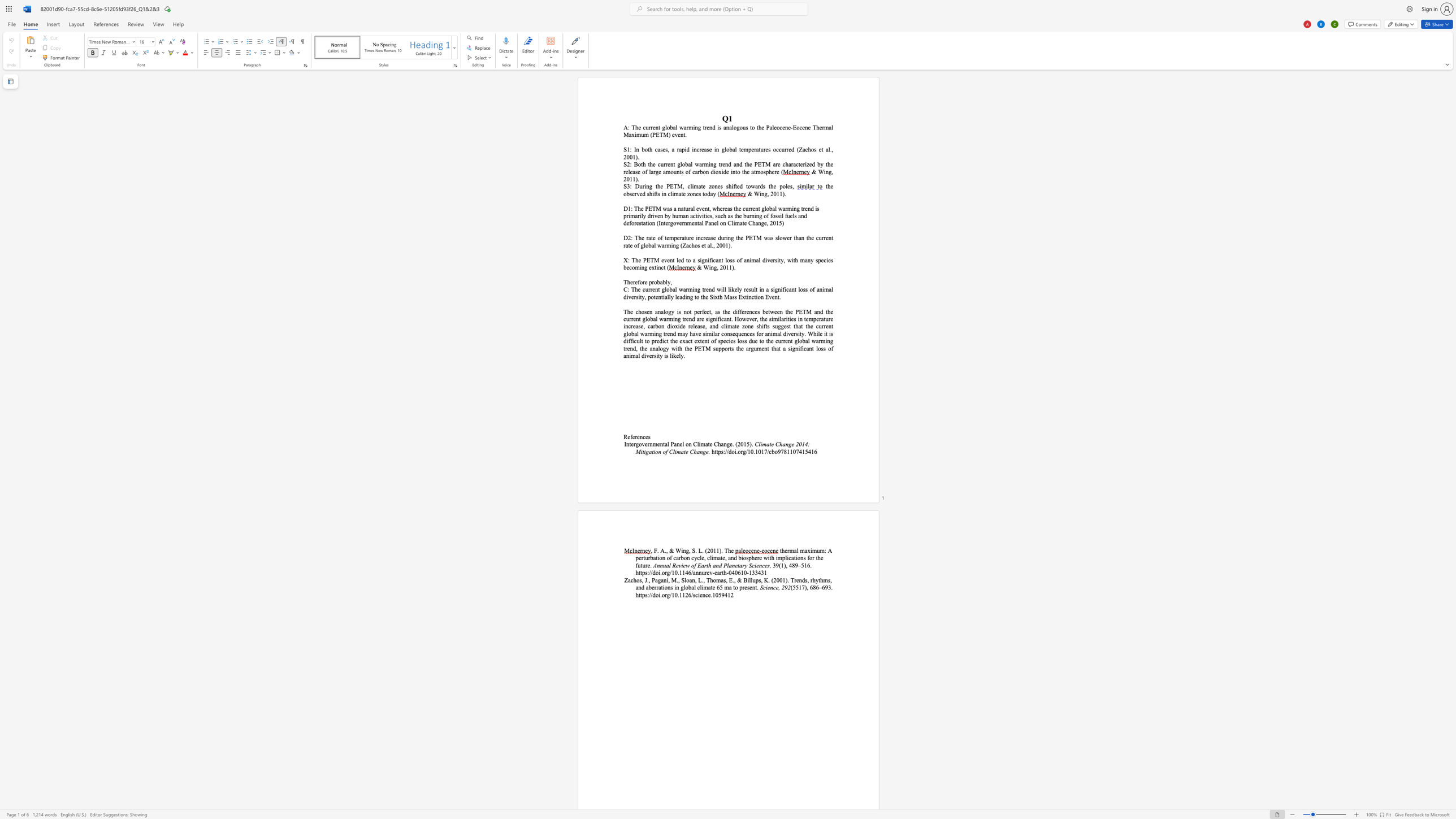  I want to click on the space between the continuous character "g" and "o" in the text, so click(739, 127).